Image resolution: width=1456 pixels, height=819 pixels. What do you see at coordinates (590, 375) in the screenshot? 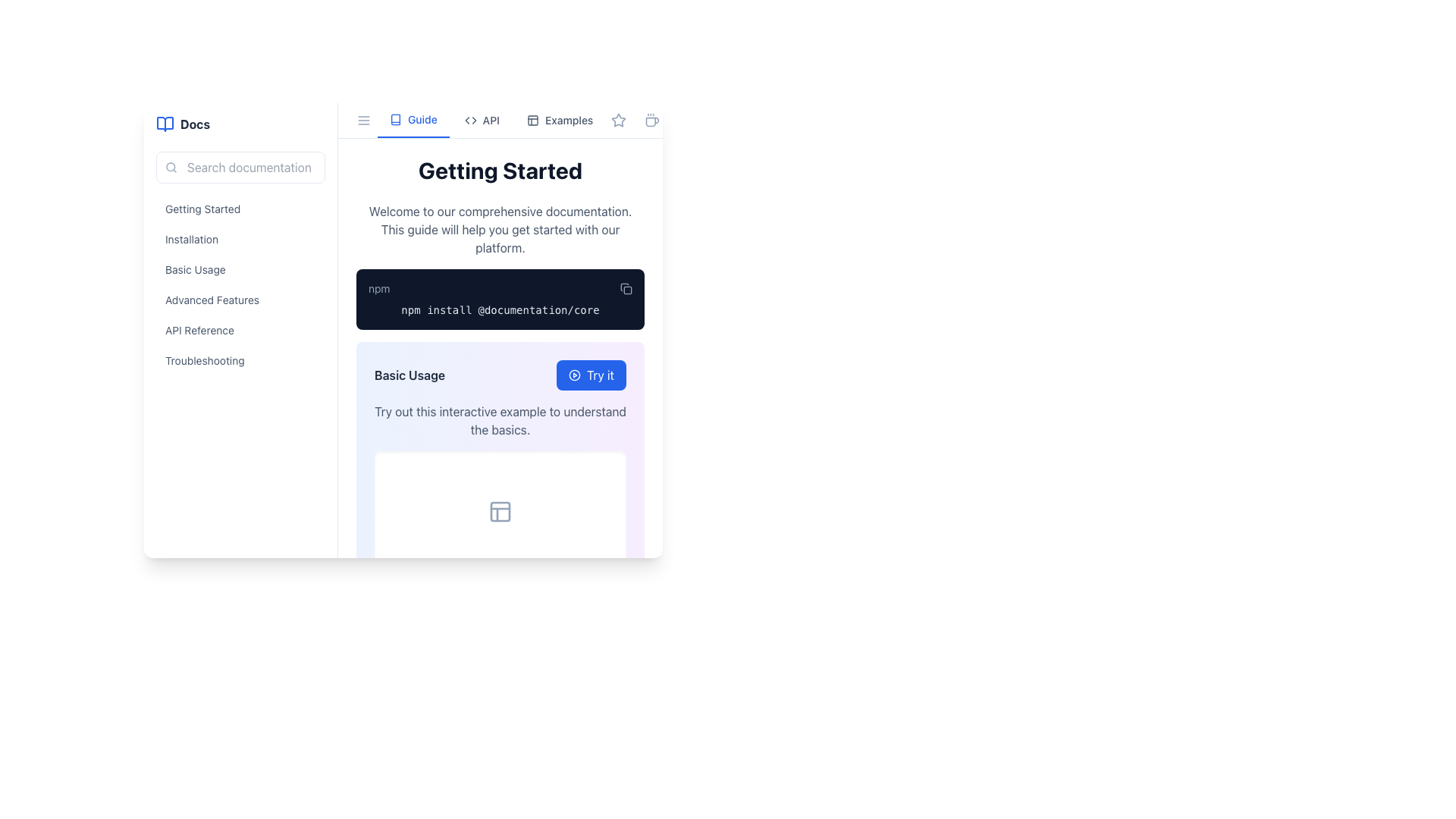
I see `the button located on the right side of the 'Basic Usage' section` at bounding box center [590, 375].